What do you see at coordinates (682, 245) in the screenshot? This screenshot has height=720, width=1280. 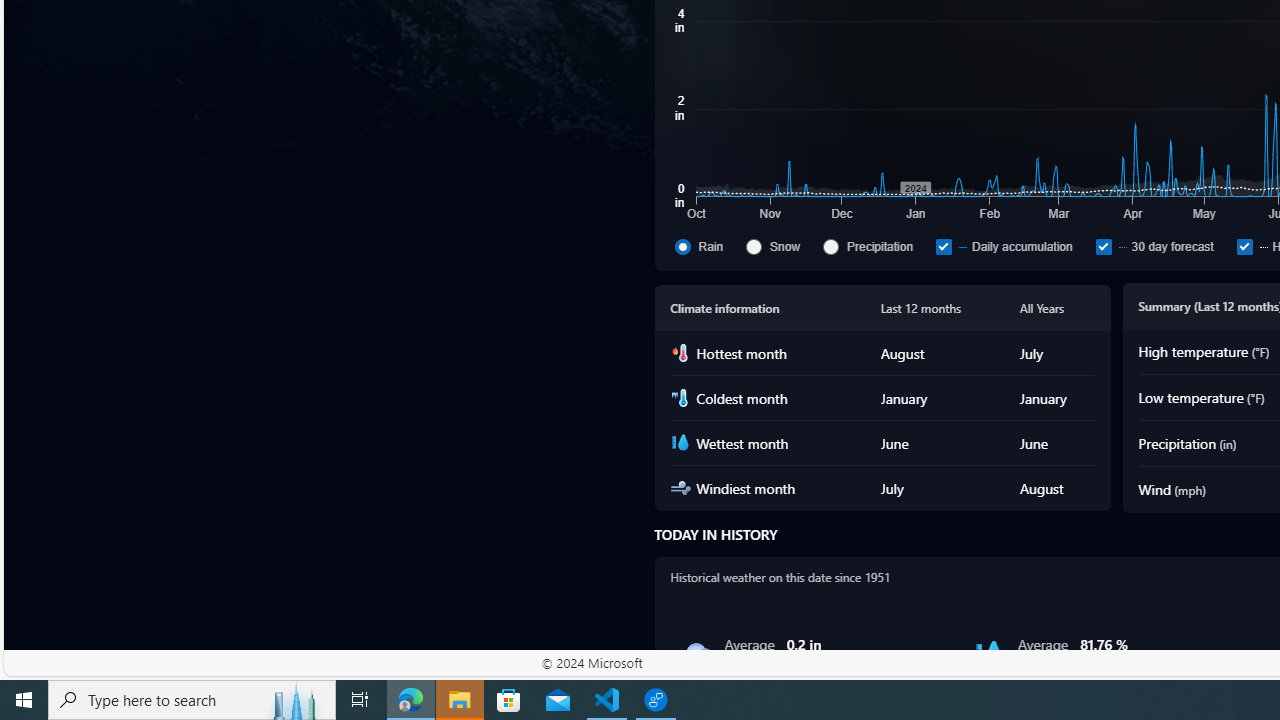 I see `'Rain'` at bounding box center [682, 245].